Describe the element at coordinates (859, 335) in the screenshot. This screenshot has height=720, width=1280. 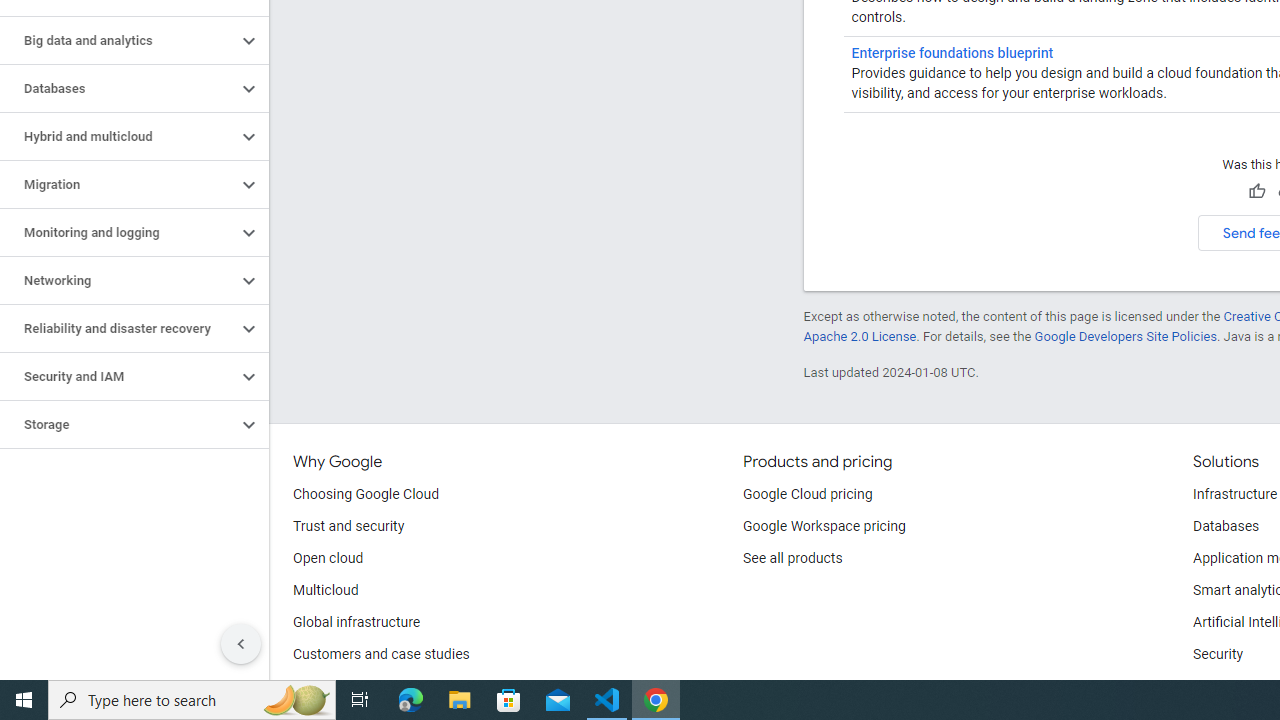
I see `'Apache 2.0 License'` at that location.